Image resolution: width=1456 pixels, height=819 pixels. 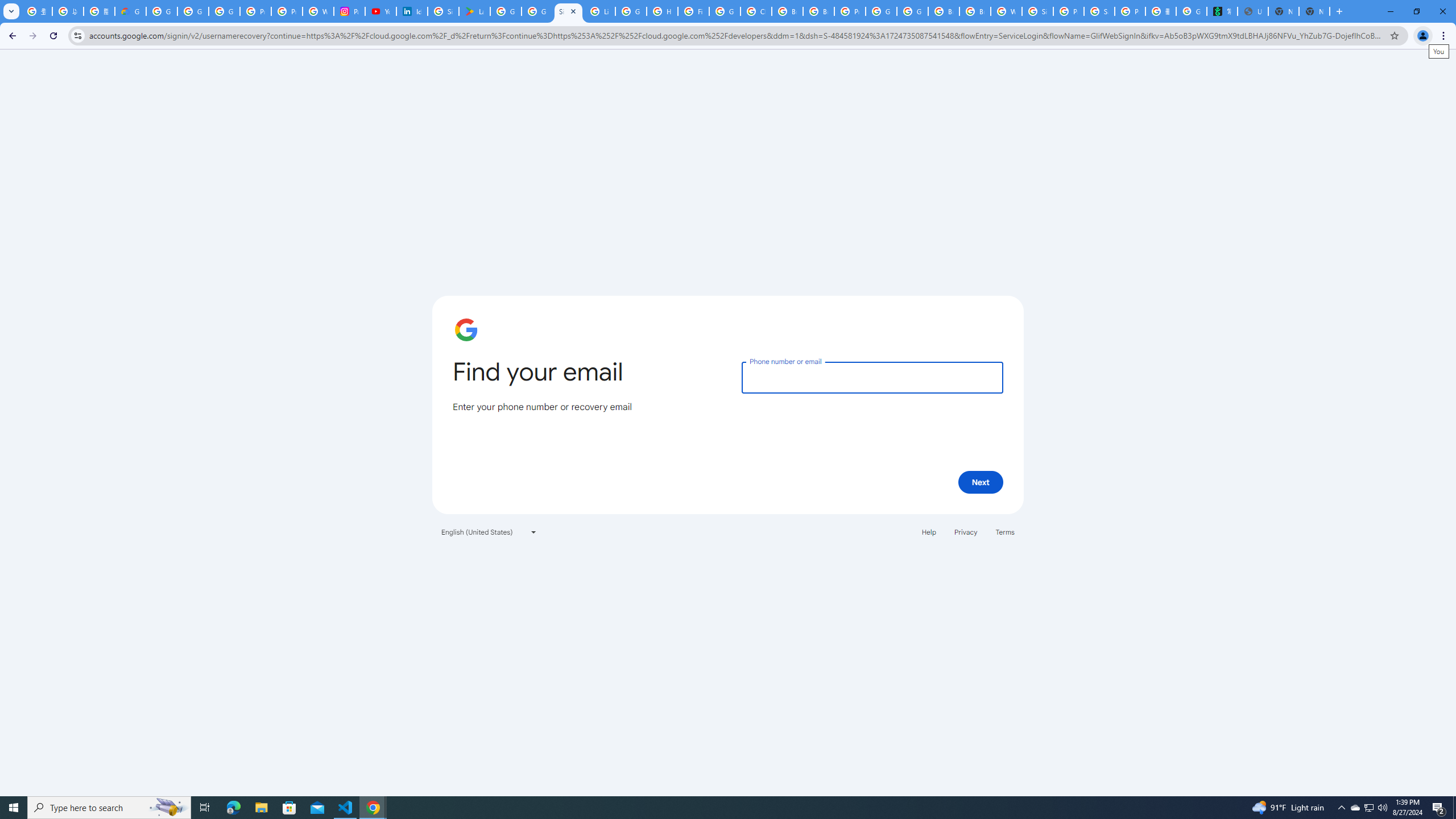 I want to click on 'Phone number or email', so click(x=871, y=377).